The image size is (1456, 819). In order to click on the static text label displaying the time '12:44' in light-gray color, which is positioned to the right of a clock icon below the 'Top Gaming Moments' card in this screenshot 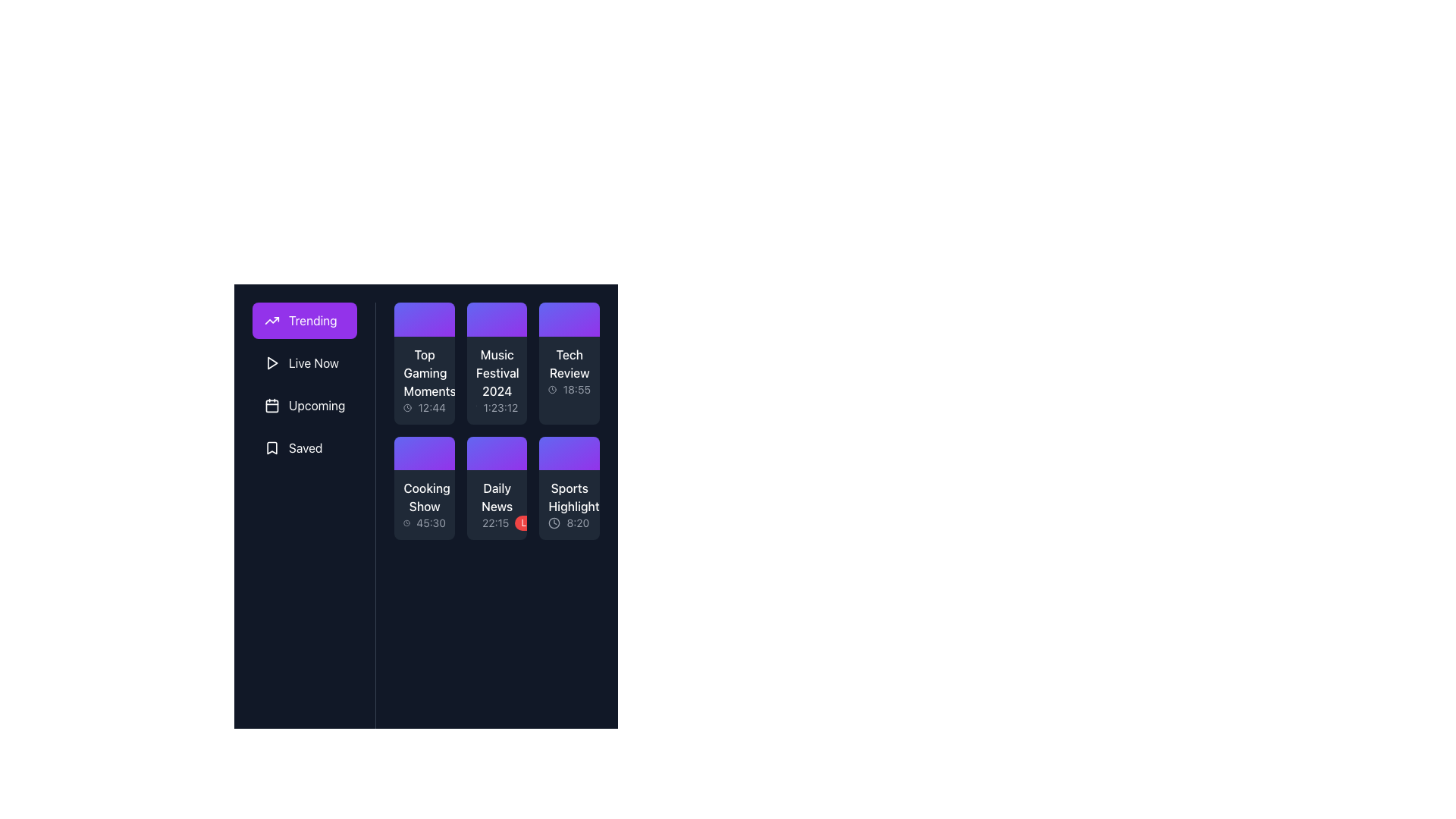, I will do `click(431, 406)`.